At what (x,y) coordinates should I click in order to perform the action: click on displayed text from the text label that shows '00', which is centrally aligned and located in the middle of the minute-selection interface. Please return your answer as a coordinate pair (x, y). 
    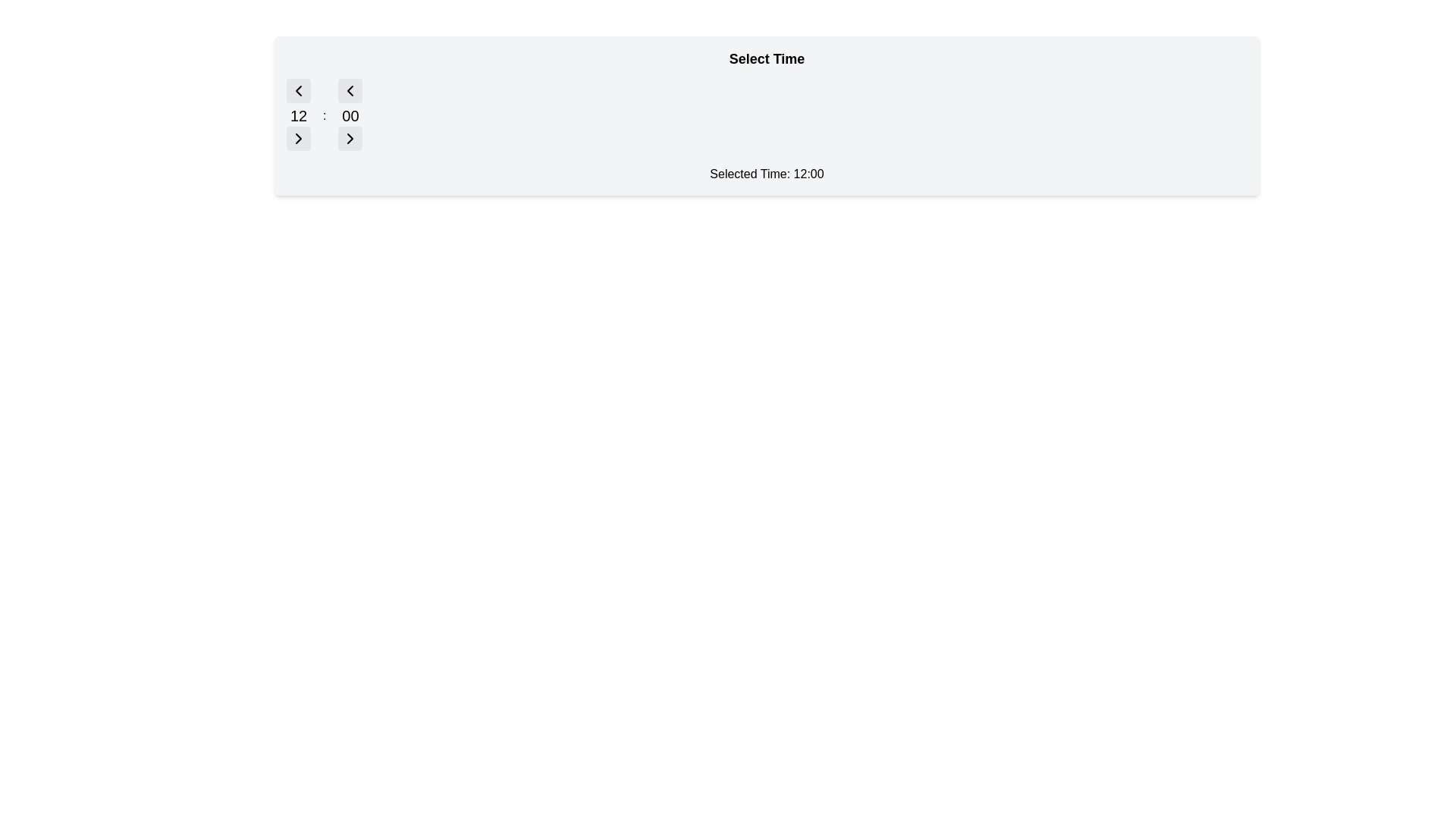
    Looking at the image, I should click on (350, 115).